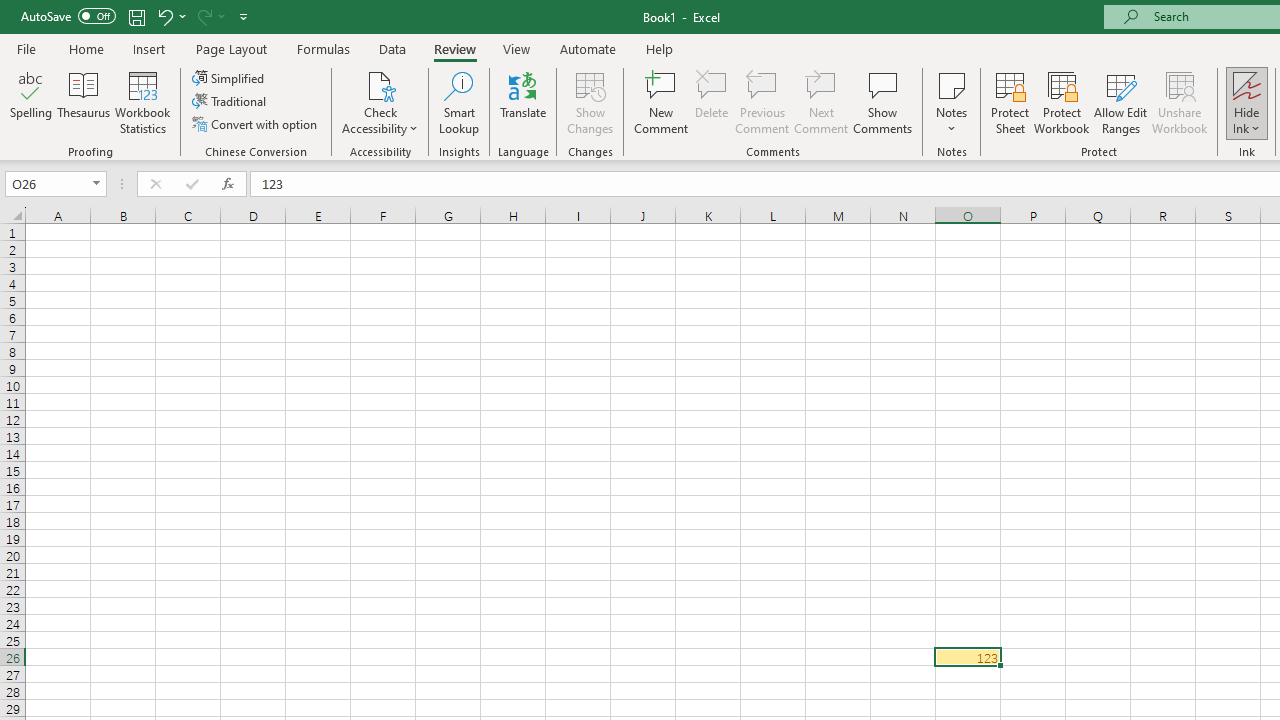 The image size is (1280, 720). What do you see at coordinates (882, 103) in the screenshot?
I see `'Show Comments'` at bounding box center [882, 103].